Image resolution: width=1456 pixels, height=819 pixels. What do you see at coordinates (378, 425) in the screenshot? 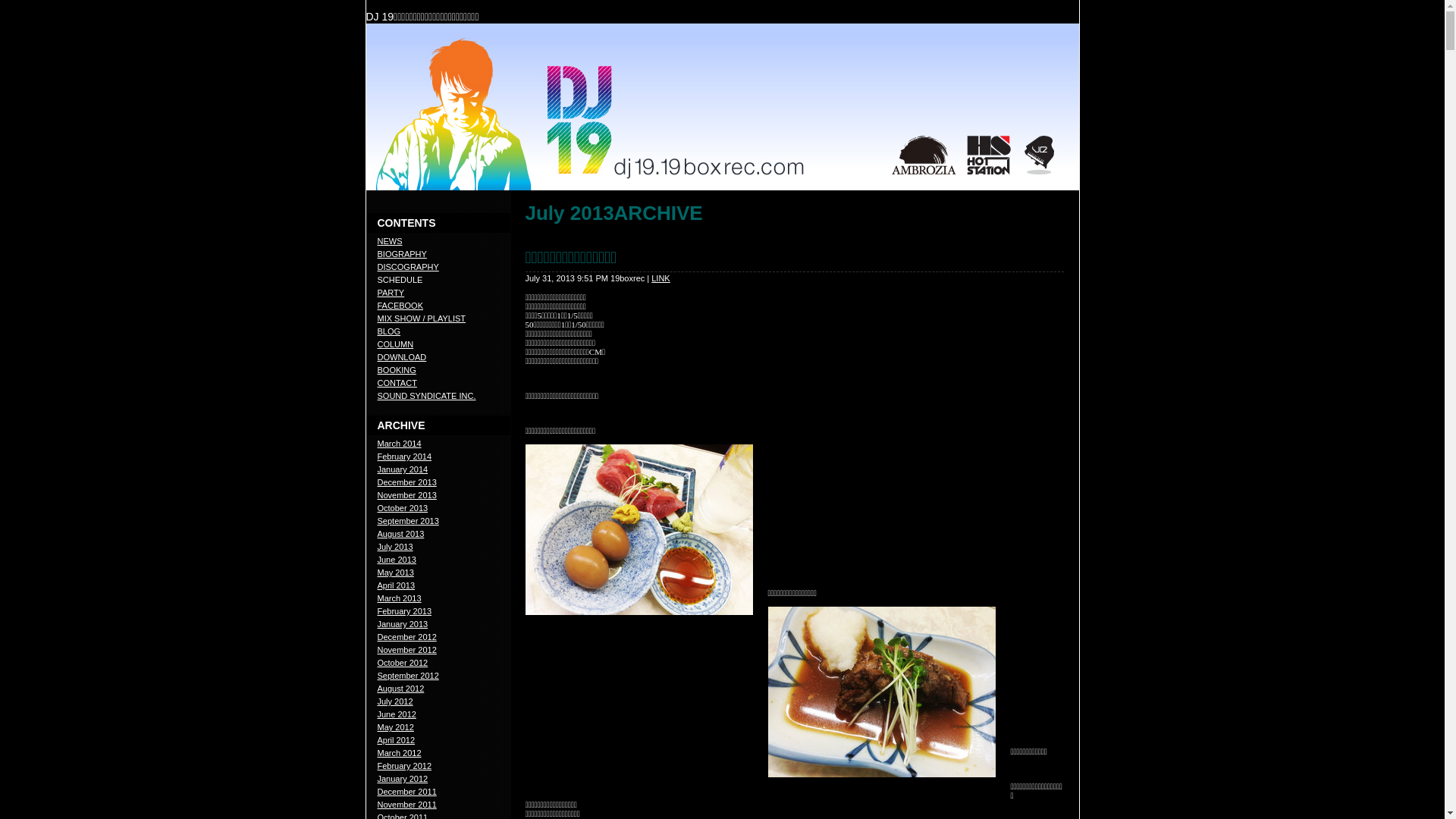
I see `'ARCHIVE'` at bounding box center [378, 425].